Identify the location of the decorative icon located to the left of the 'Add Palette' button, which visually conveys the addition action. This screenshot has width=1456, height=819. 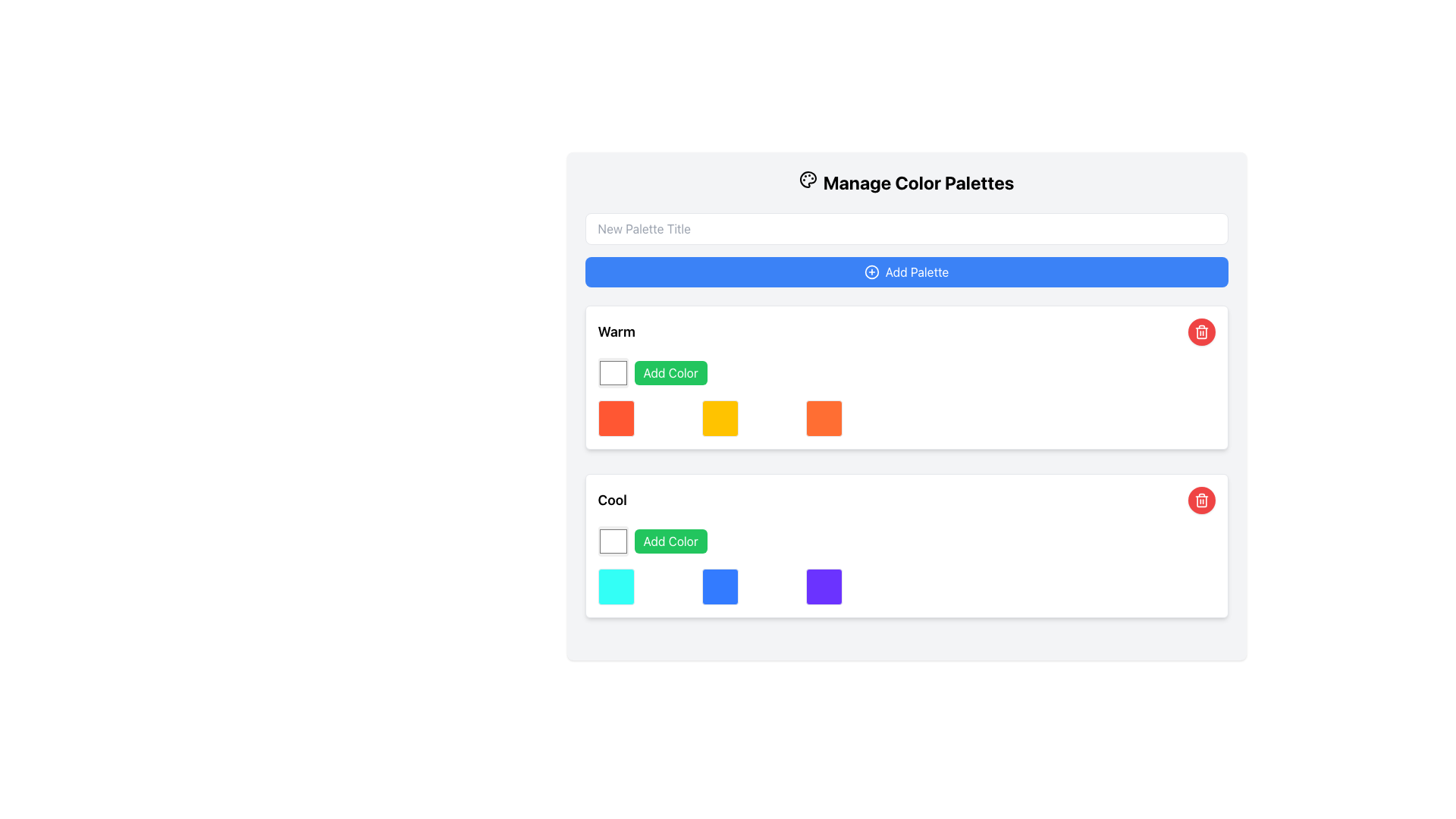
(871, 271).